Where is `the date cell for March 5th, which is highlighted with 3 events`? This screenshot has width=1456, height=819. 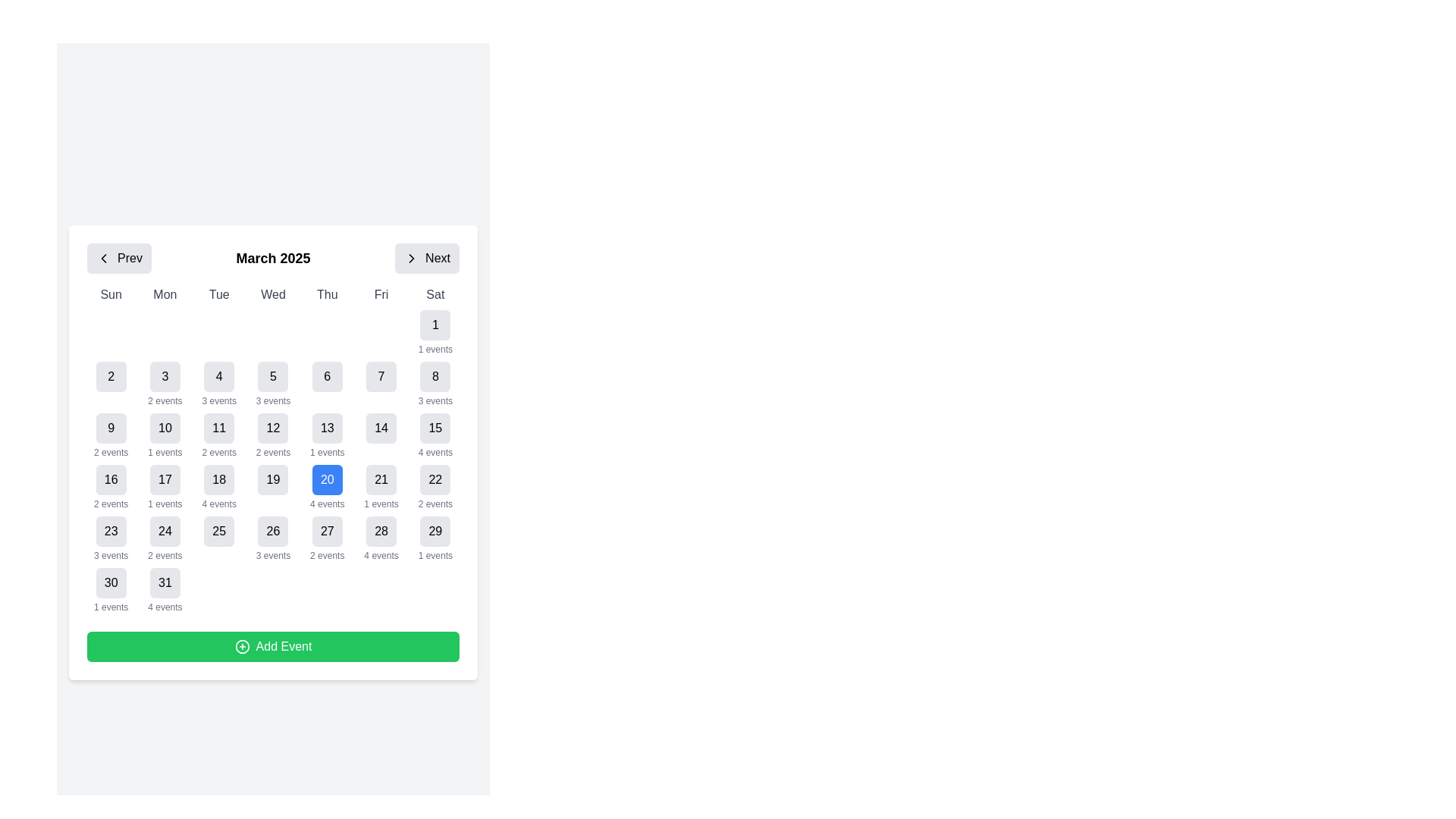
the date cell for March 5th, which is highlighted with 3 events is located at coordinates (273, 383).